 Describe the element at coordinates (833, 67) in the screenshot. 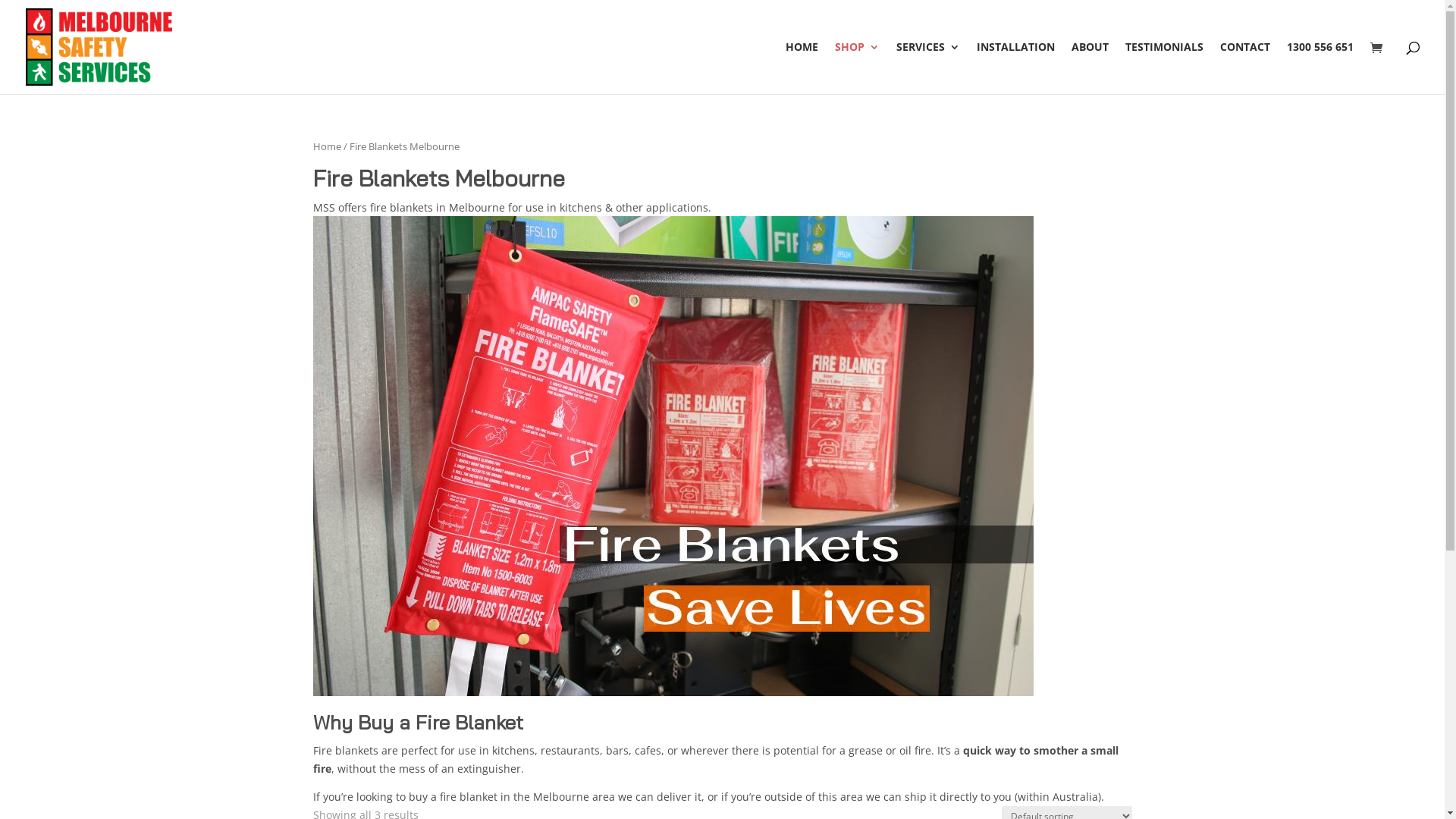

I see `'SHOP'` at that location.